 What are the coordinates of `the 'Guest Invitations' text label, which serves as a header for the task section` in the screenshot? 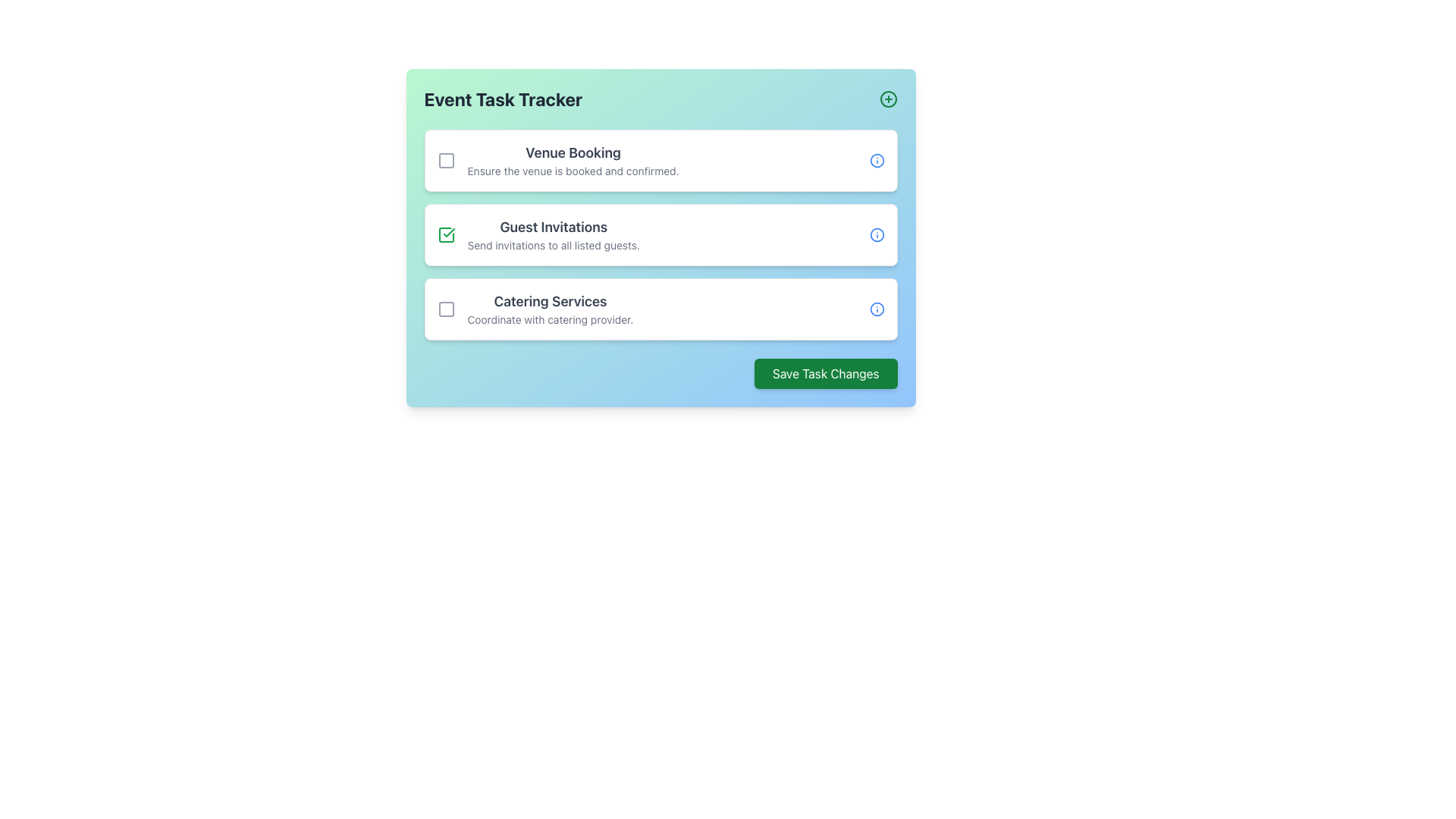 It's located at (553, 227).